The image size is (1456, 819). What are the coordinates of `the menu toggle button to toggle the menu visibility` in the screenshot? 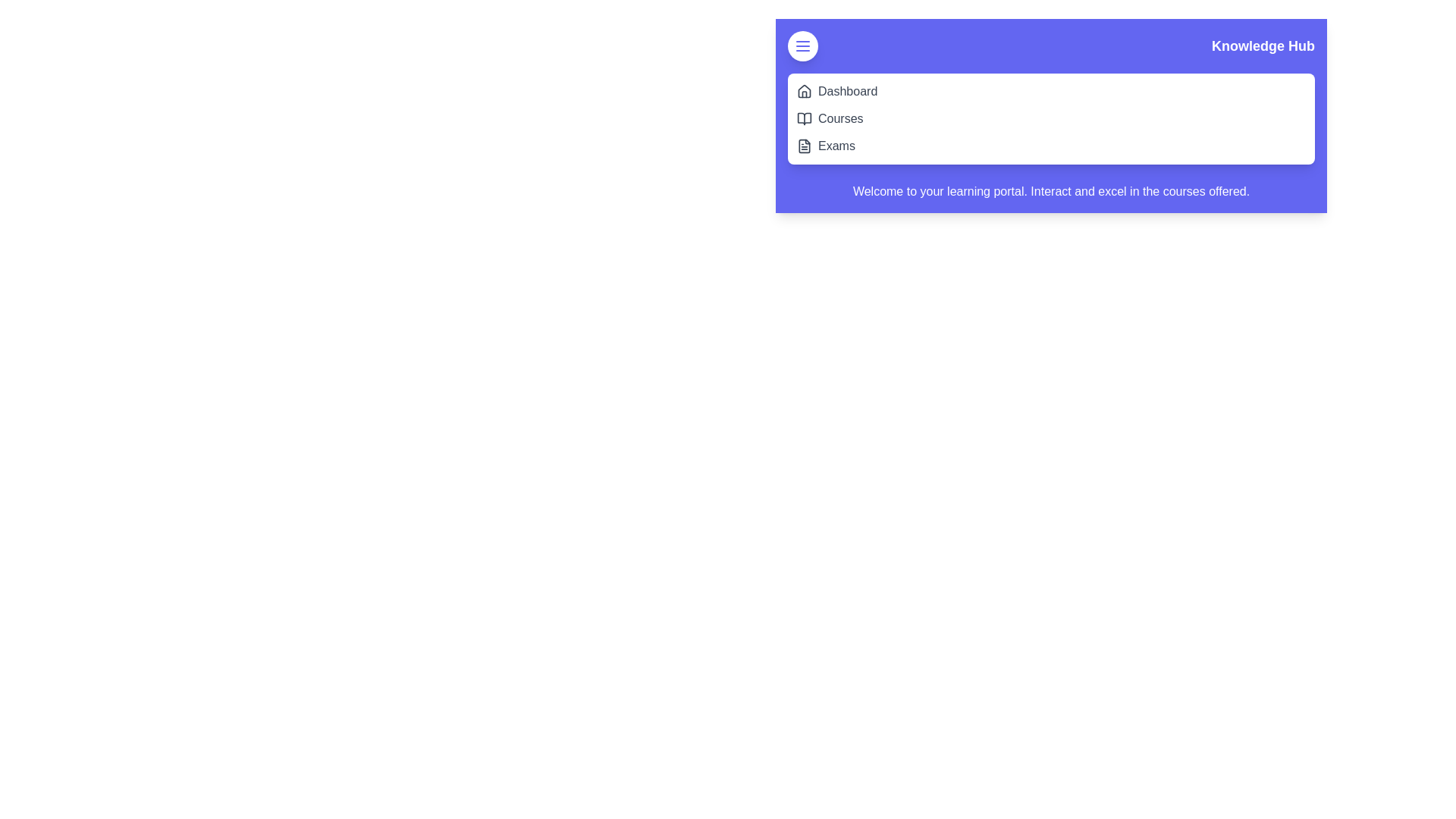 It's located at (802, 45).